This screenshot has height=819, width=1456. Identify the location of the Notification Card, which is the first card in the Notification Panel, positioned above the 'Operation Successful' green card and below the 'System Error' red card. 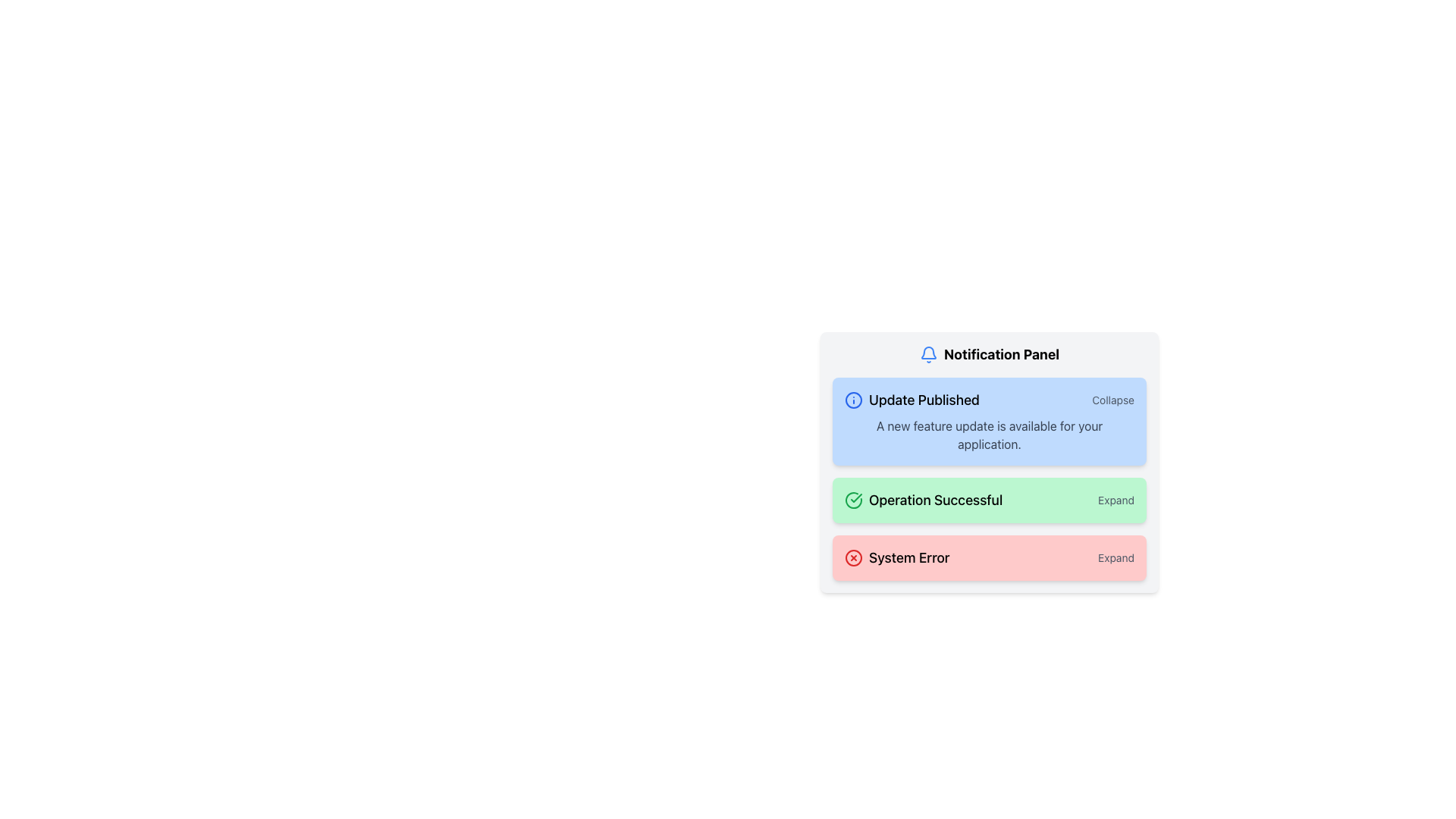
(990, 421).